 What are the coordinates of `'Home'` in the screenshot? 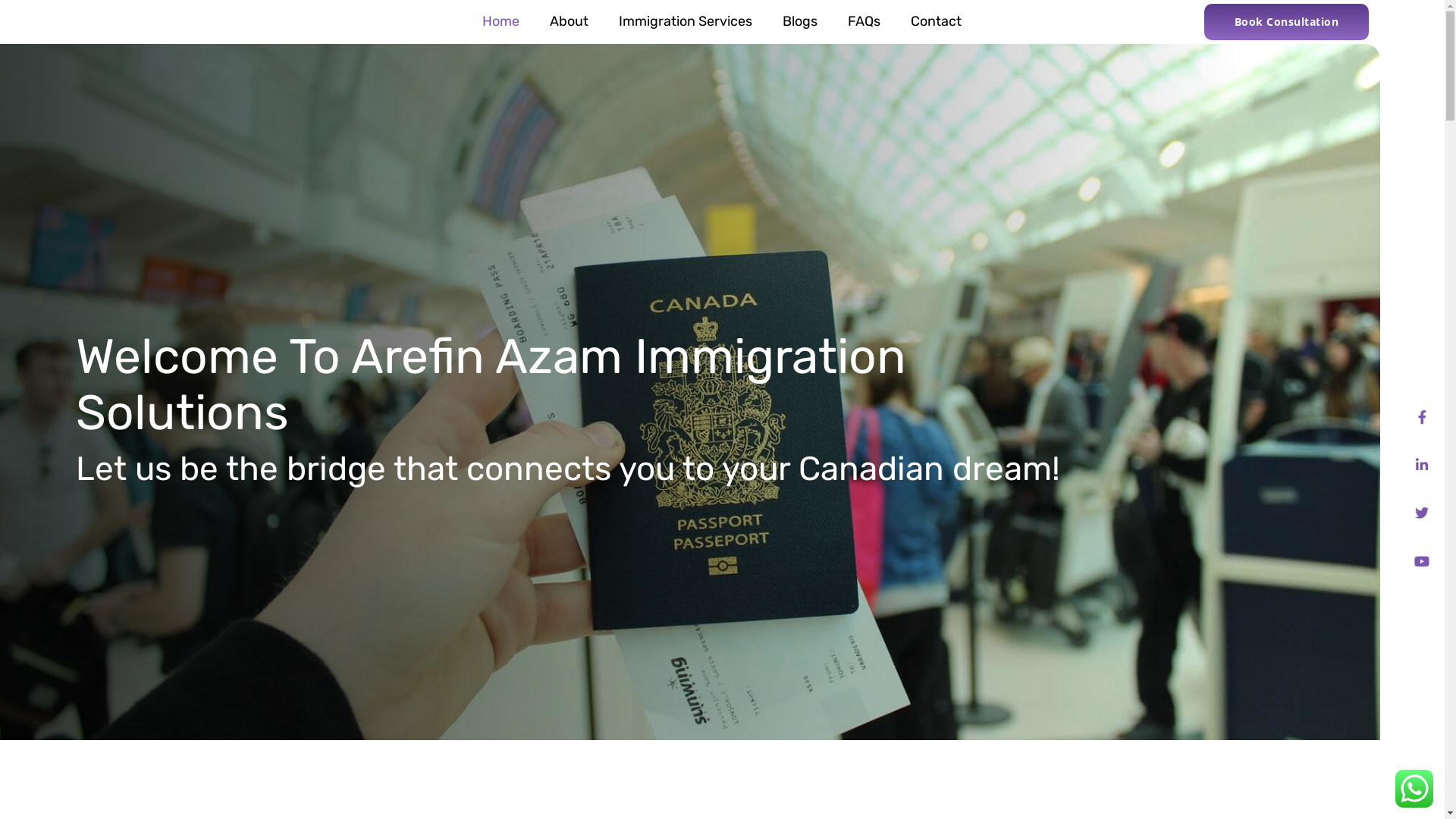 It's located at (500, 21).